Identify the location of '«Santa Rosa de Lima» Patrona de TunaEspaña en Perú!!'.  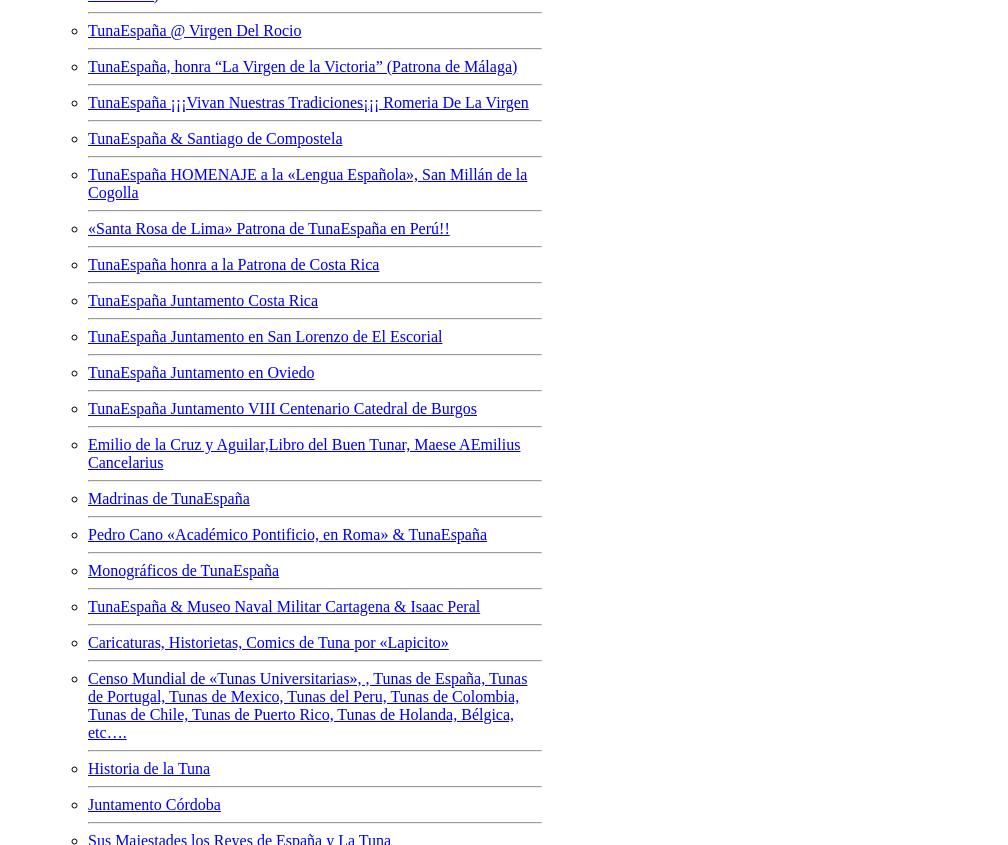
(268, 226).